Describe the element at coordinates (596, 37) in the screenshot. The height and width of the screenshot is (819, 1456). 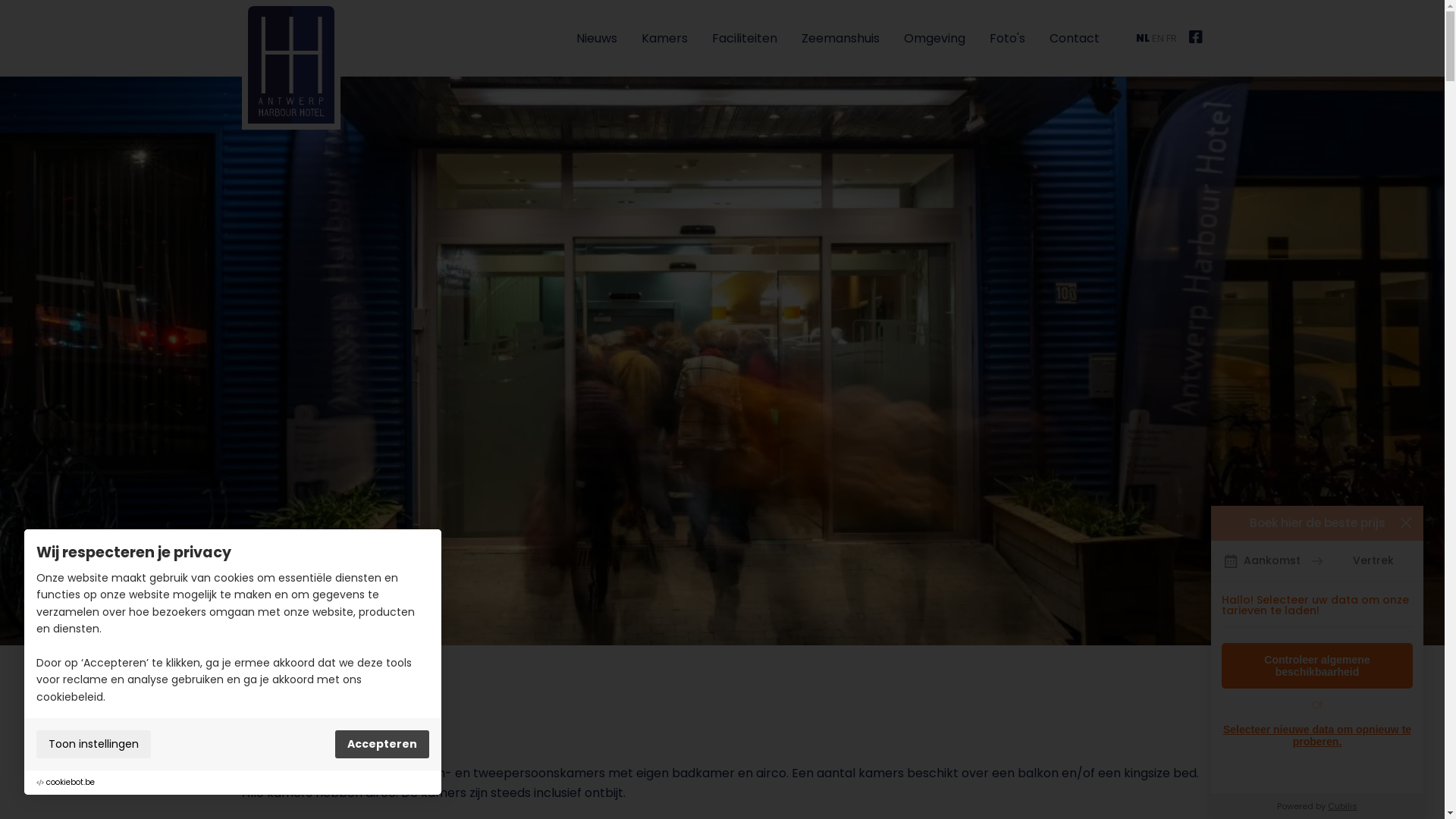
I see `'Nieuws'` at that location.